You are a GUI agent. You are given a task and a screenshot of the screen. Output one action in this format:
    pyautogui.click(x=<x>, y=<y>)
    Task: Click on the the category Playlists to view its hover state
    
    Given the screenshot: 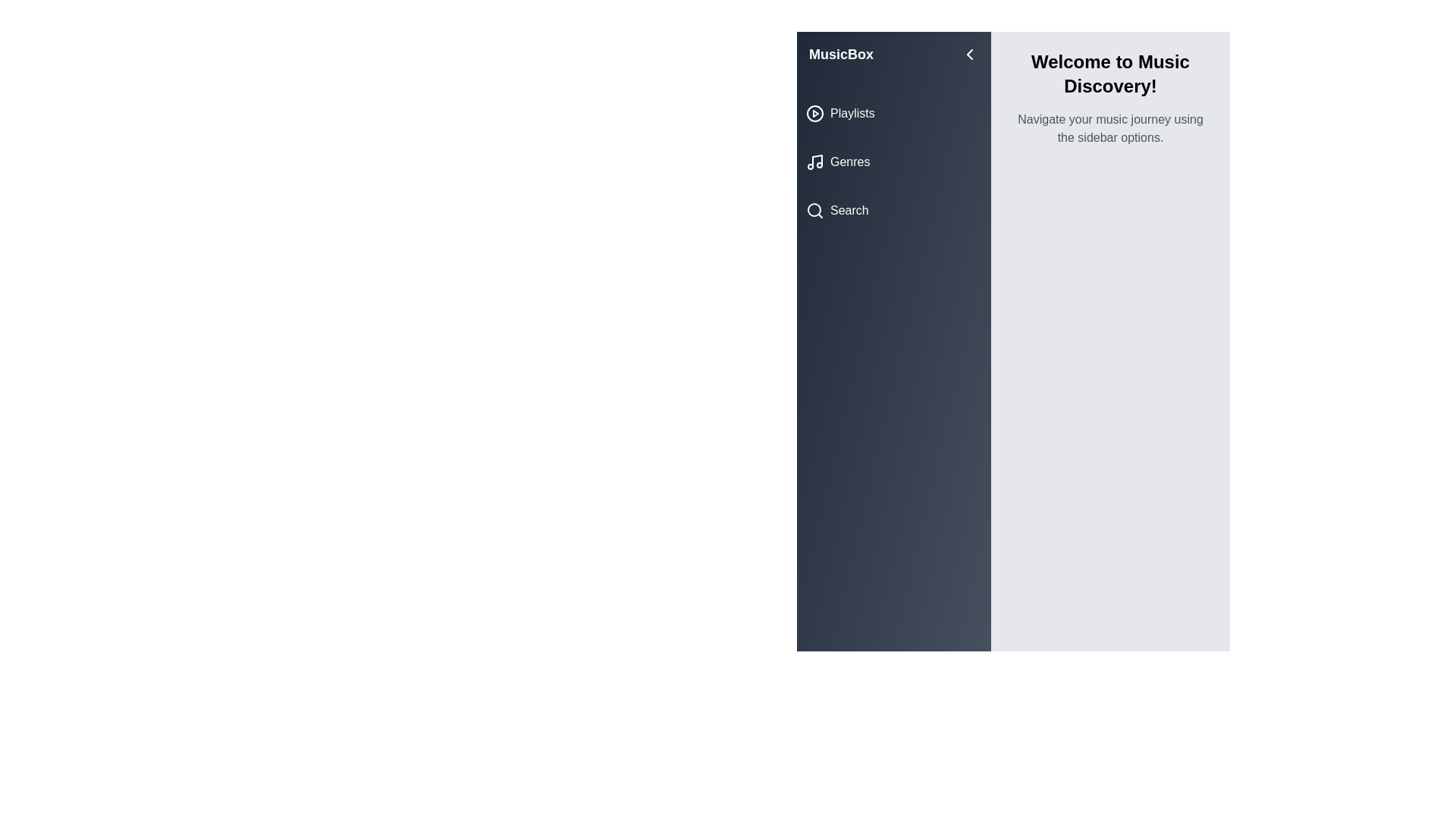 What is the action you would take?
    pyautogui.click(x=894, y=113)
    